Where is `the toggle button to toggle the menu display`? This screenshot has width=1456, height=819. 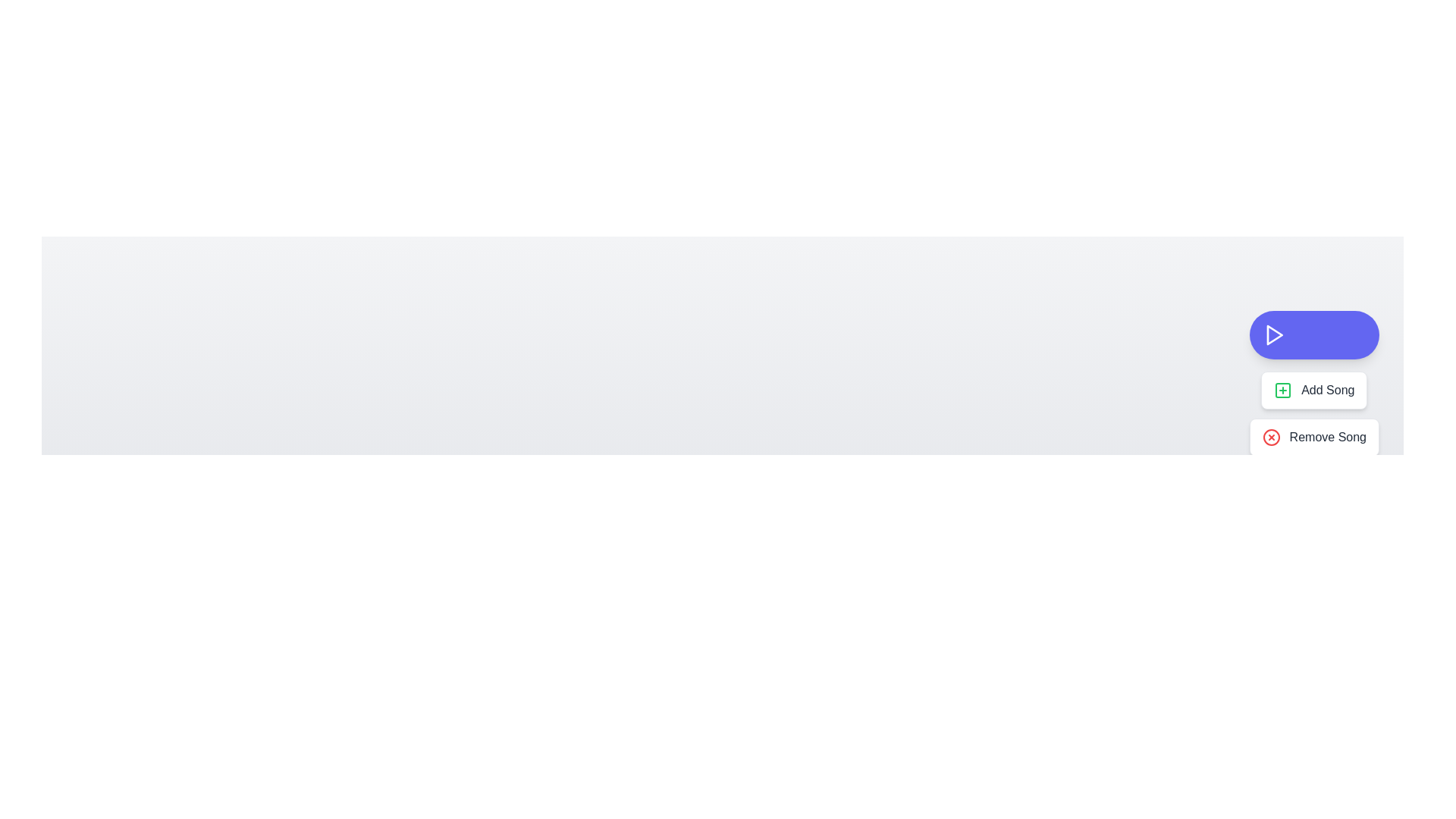 the toggle button to toggle the menu display is located at coordinates (1313, 334).